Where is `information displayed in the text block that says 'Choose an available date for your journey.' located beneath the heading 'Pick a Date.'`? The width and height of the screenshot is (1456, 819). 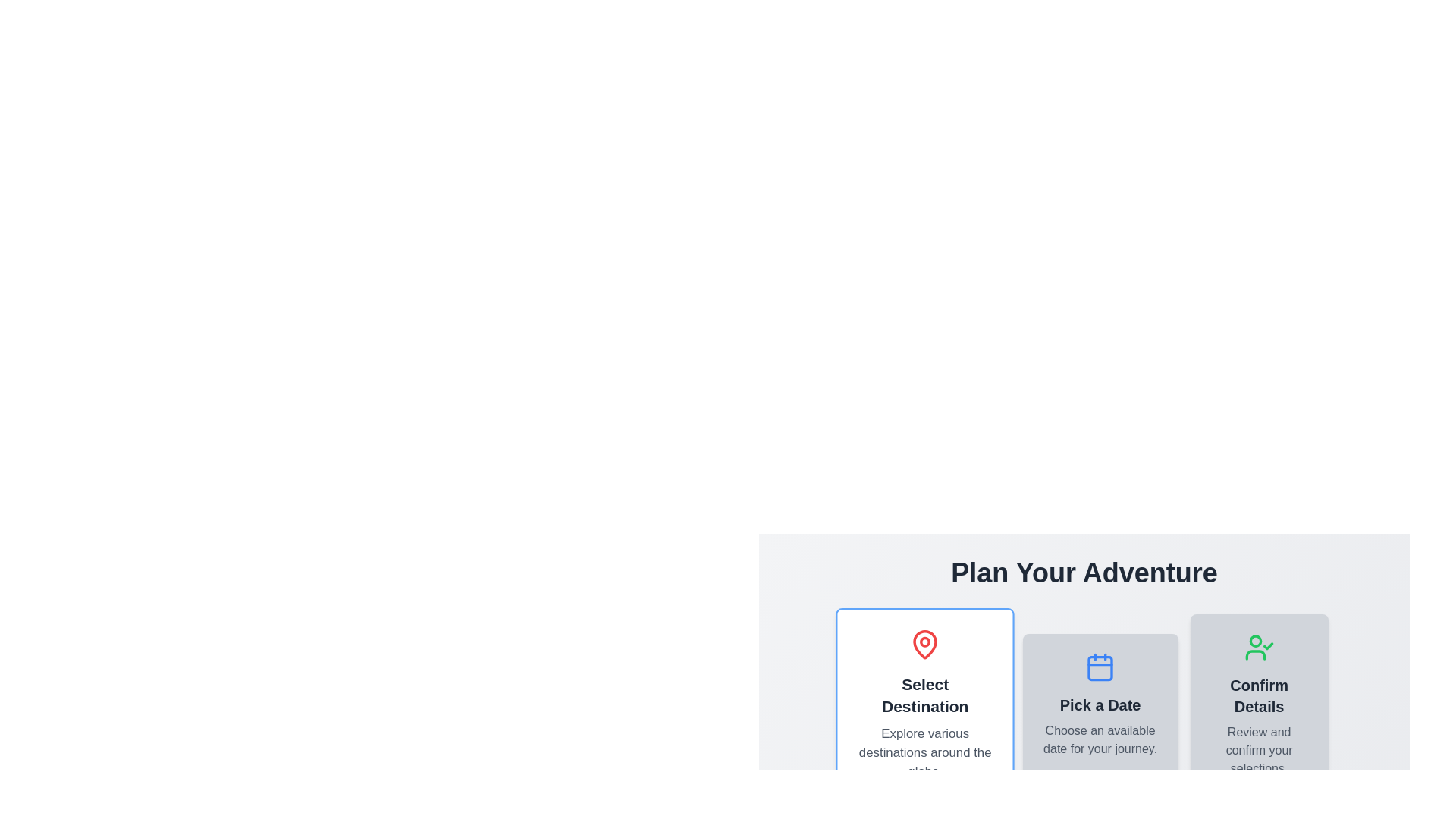 information displayed in the text block that says 'Choose an available date for your journey.' located beneath the heading 'Pick a Date.' is located at coordinates (1100, 739).